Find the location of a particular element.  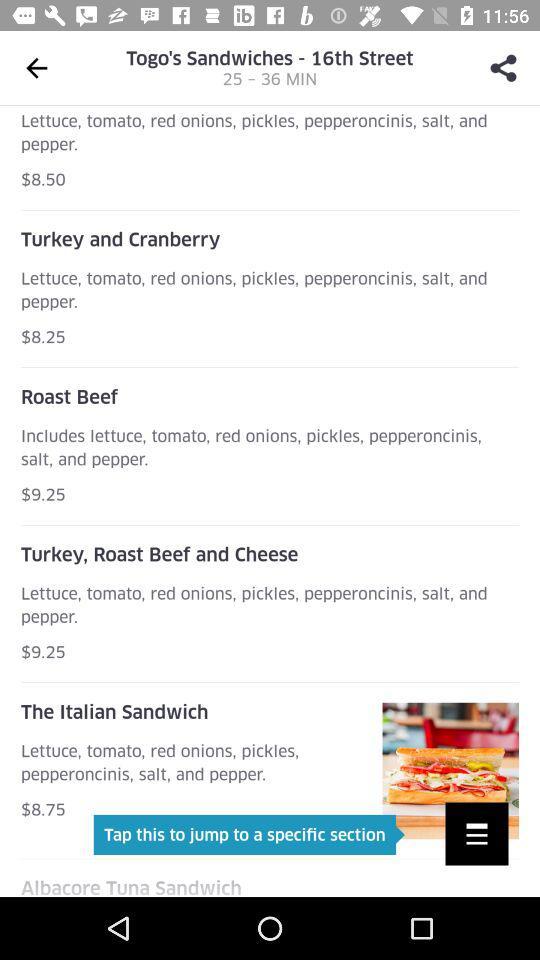

the share icon is located at coordinates (502, 68).